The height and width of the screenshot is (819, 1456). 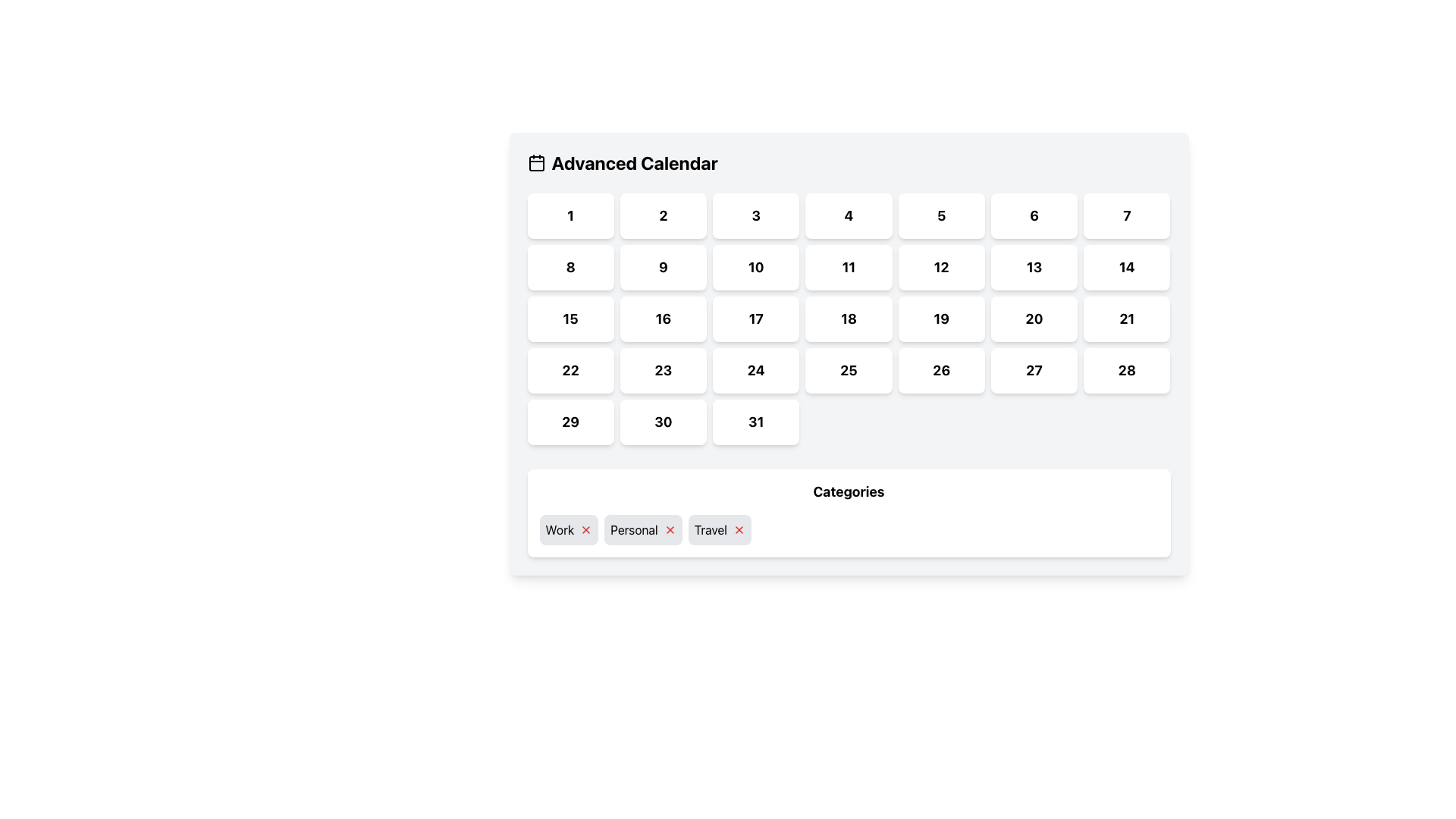 What do you see at coordinates (663, 318) in the screenshot?
I see `the button representing the 16th day in the calendar view` at bounding box center [663, 318].